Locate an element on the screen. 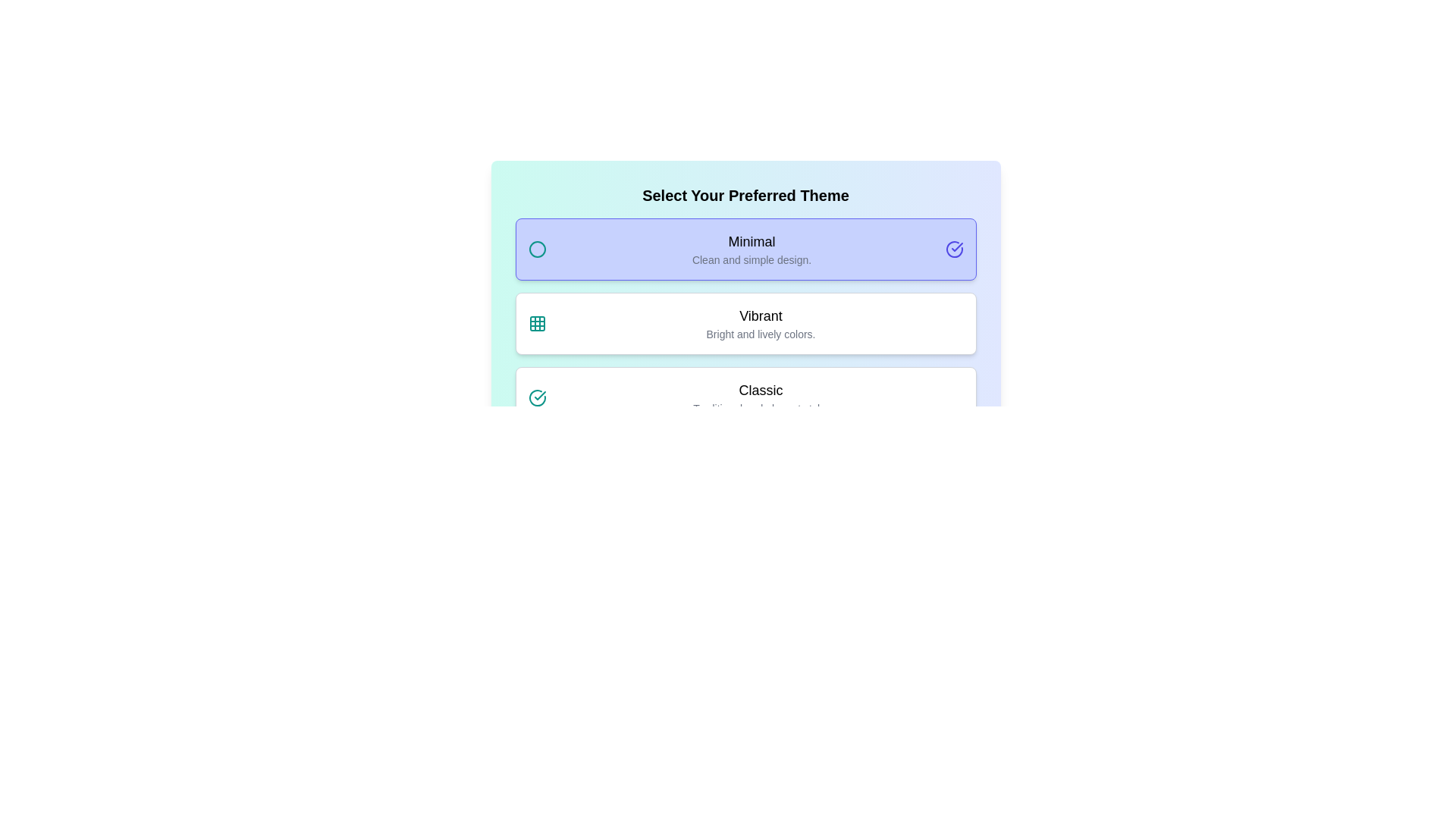  the circular icon with a teal border and transparent interior, located on the left side of the 'Minimal' card, which is the first card in the vertical list of options is located at coordinates (537, 248).